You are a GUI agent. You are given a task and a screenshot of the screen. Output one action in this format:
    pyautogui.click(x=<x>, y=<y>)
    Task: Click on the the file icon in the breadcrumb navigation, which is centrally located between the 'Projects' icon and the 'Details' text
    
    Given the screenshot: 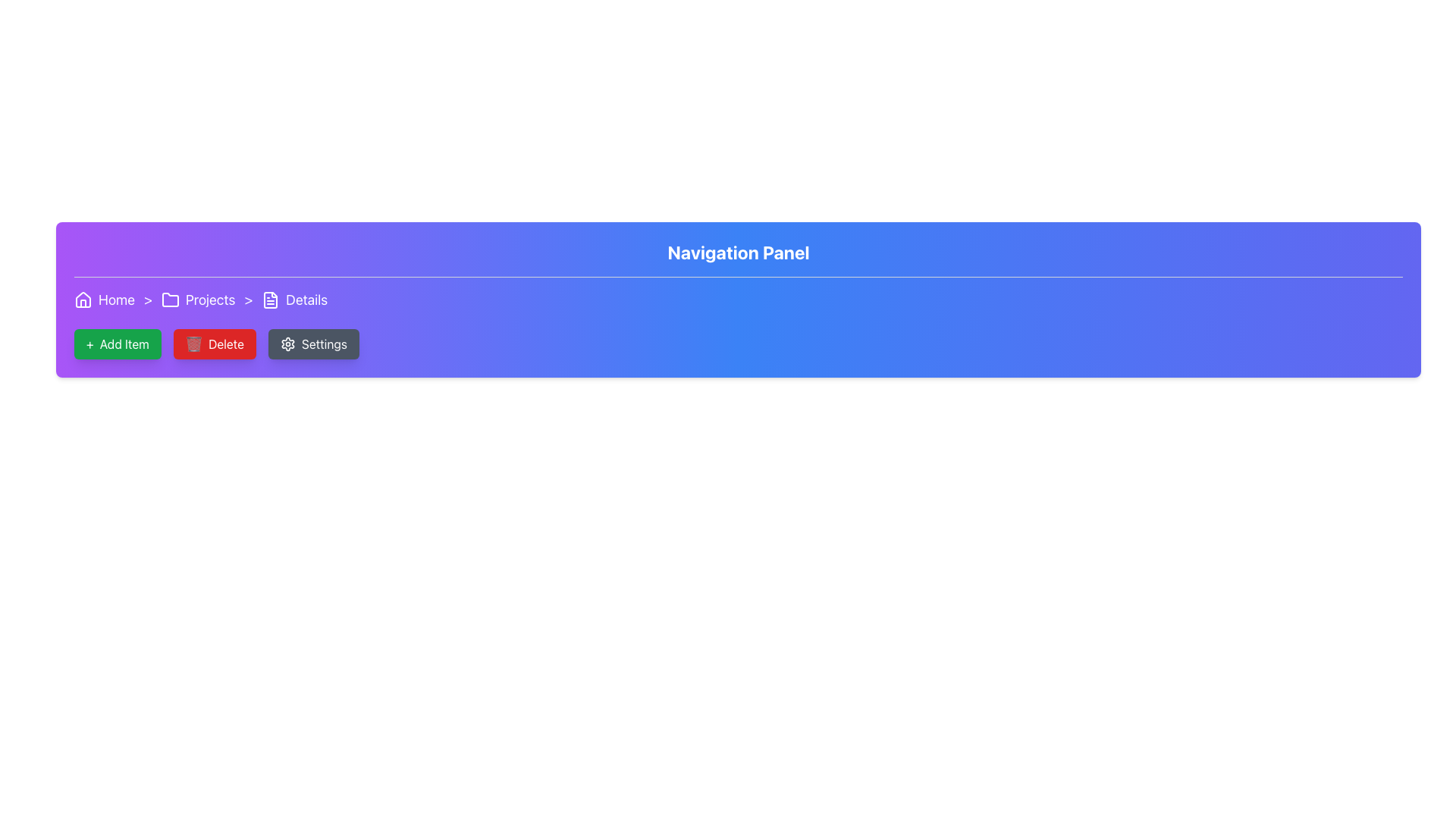 What is the action you would take?
    pyautogui.click(x=271, y=300)
    